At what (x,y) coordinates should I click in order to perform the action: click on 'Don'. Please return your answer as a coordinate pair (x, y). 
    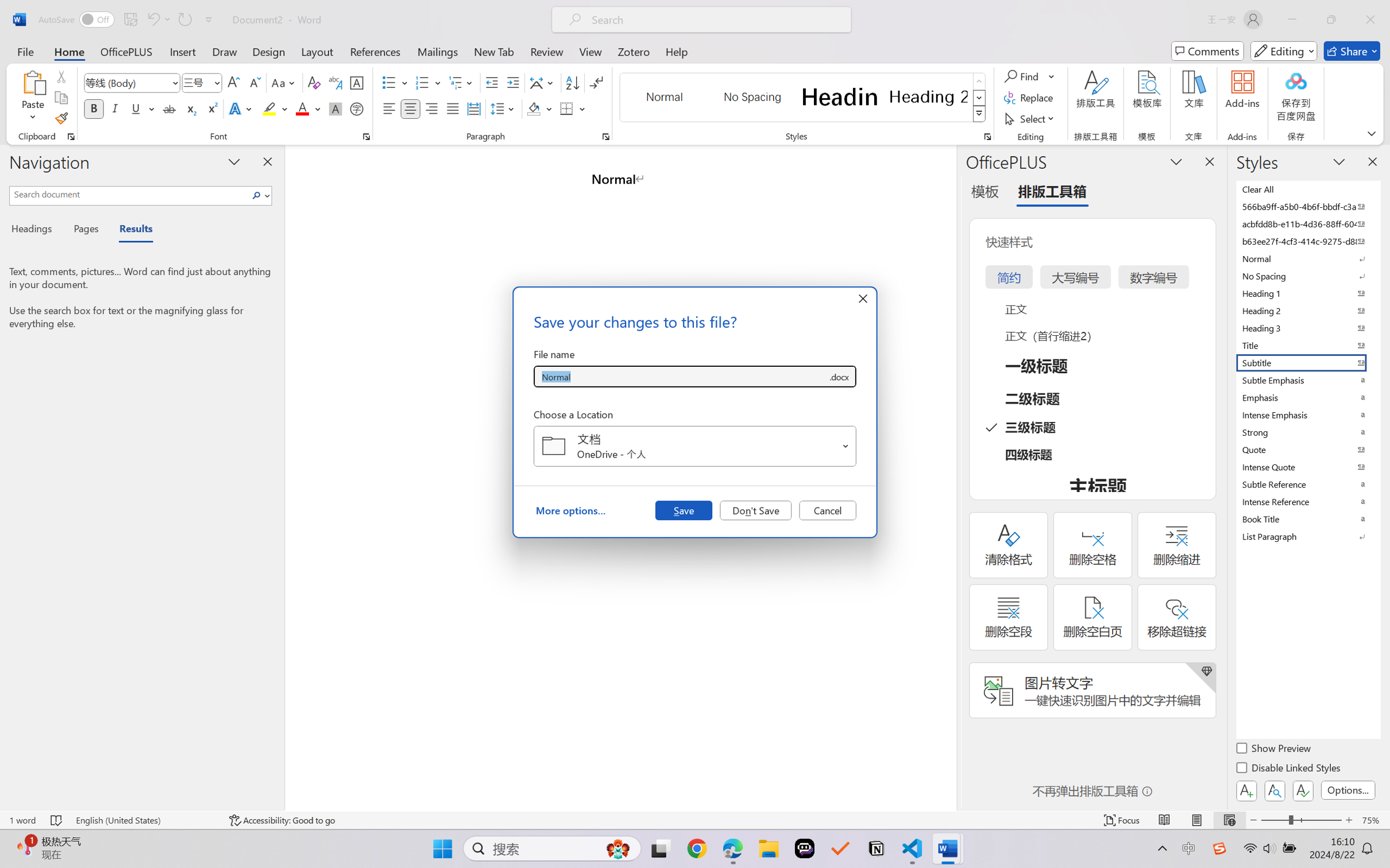
    Looking at the image, I should click on (755, 509).